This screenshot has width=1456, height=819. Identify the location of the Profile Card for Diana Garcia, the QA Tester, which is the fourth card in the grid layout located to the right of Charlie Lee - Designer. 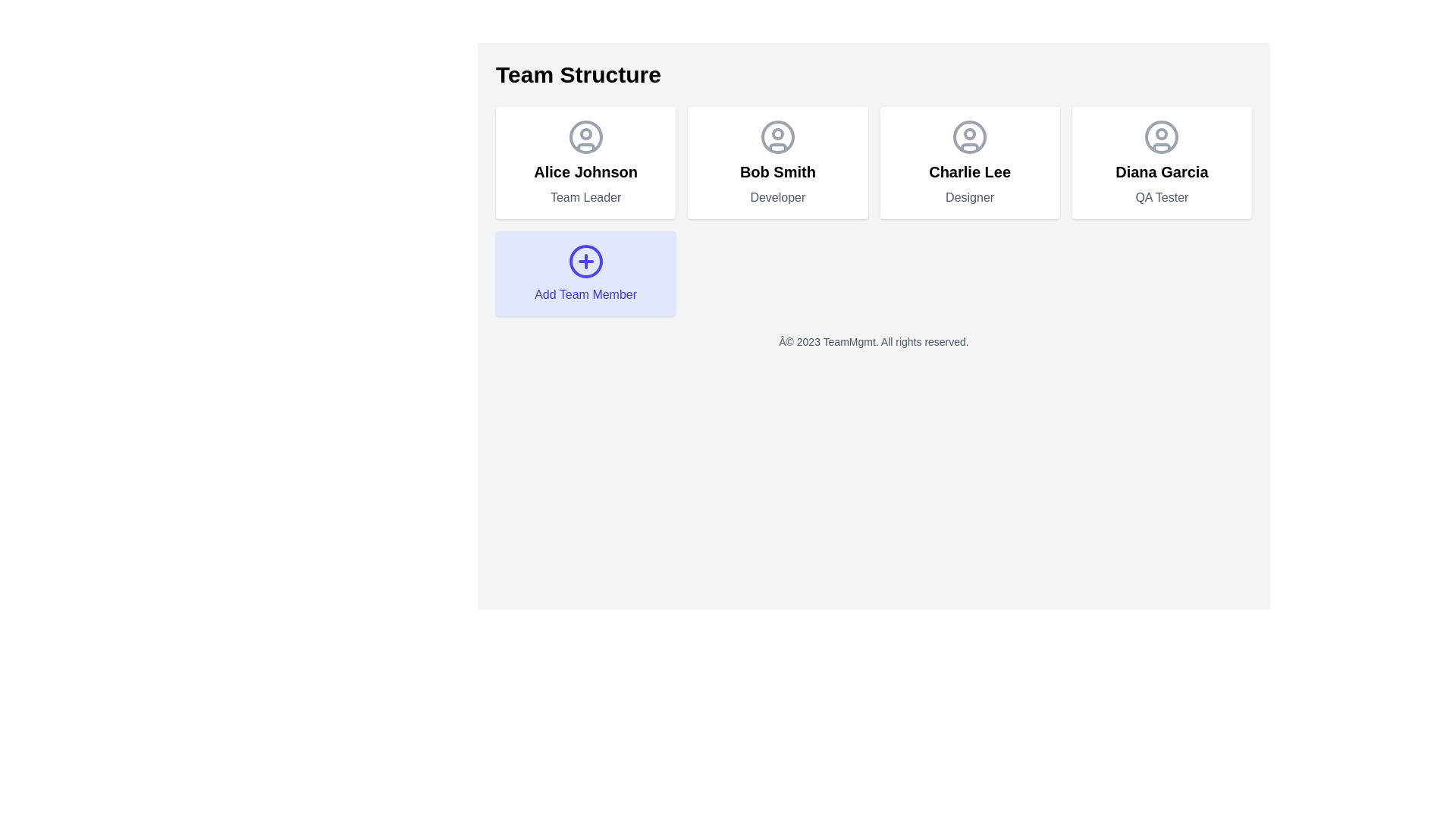
(1161, 163).